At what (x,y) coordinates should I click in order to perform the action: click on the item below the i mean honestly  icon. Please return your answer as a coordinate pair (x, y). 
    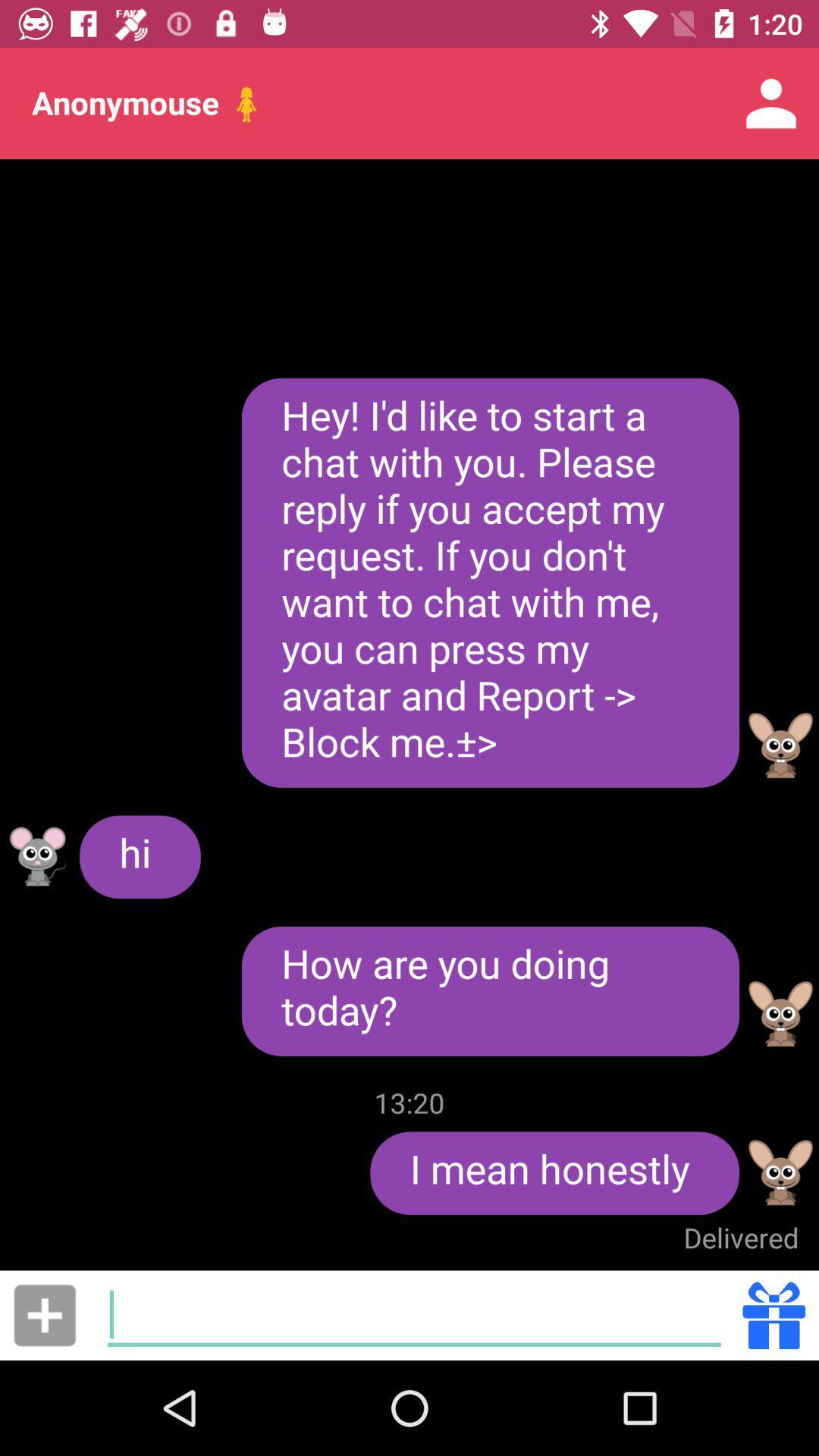
    Looking at the image, I should click on (740, 1238).